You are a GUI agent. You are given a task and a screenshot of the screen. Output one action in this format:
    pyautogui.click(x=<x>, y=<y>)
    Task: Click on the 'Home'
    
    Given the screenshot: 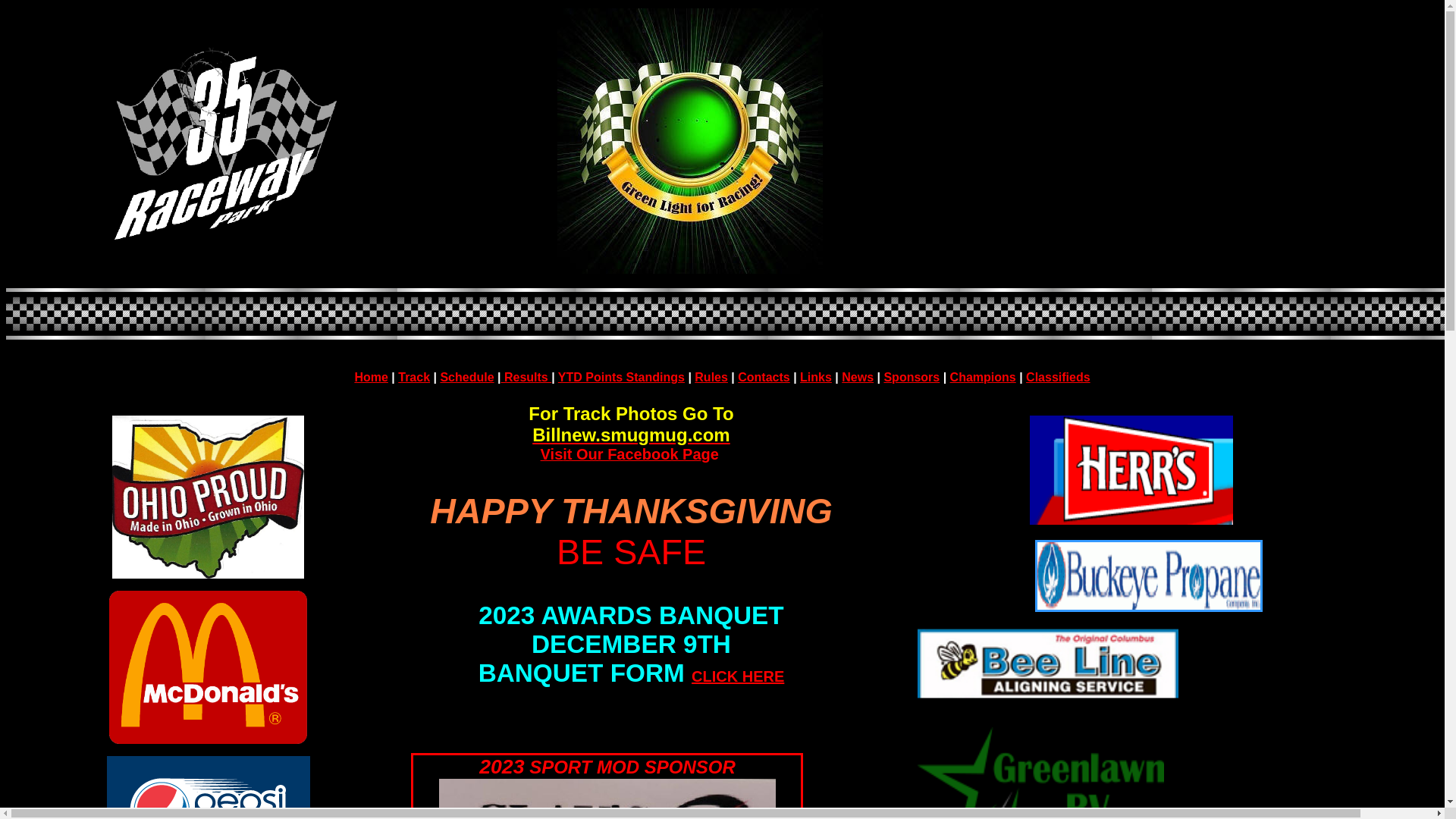 What is the action you would take?
    pyautogui.click(x=371, y=375)
    